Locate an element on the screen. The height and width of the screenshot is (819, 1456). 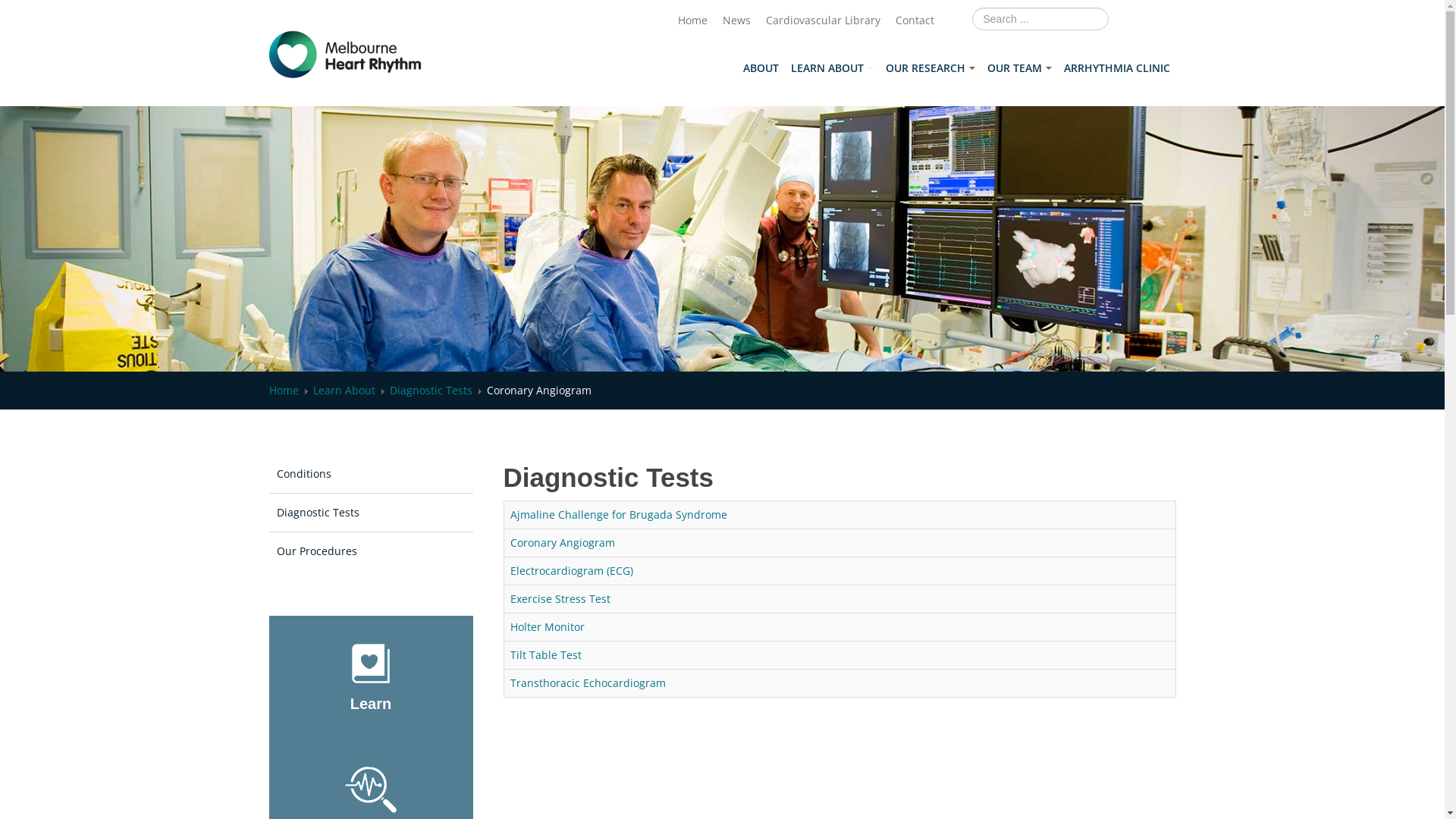
'Home' is located at coordinates (283, 389).